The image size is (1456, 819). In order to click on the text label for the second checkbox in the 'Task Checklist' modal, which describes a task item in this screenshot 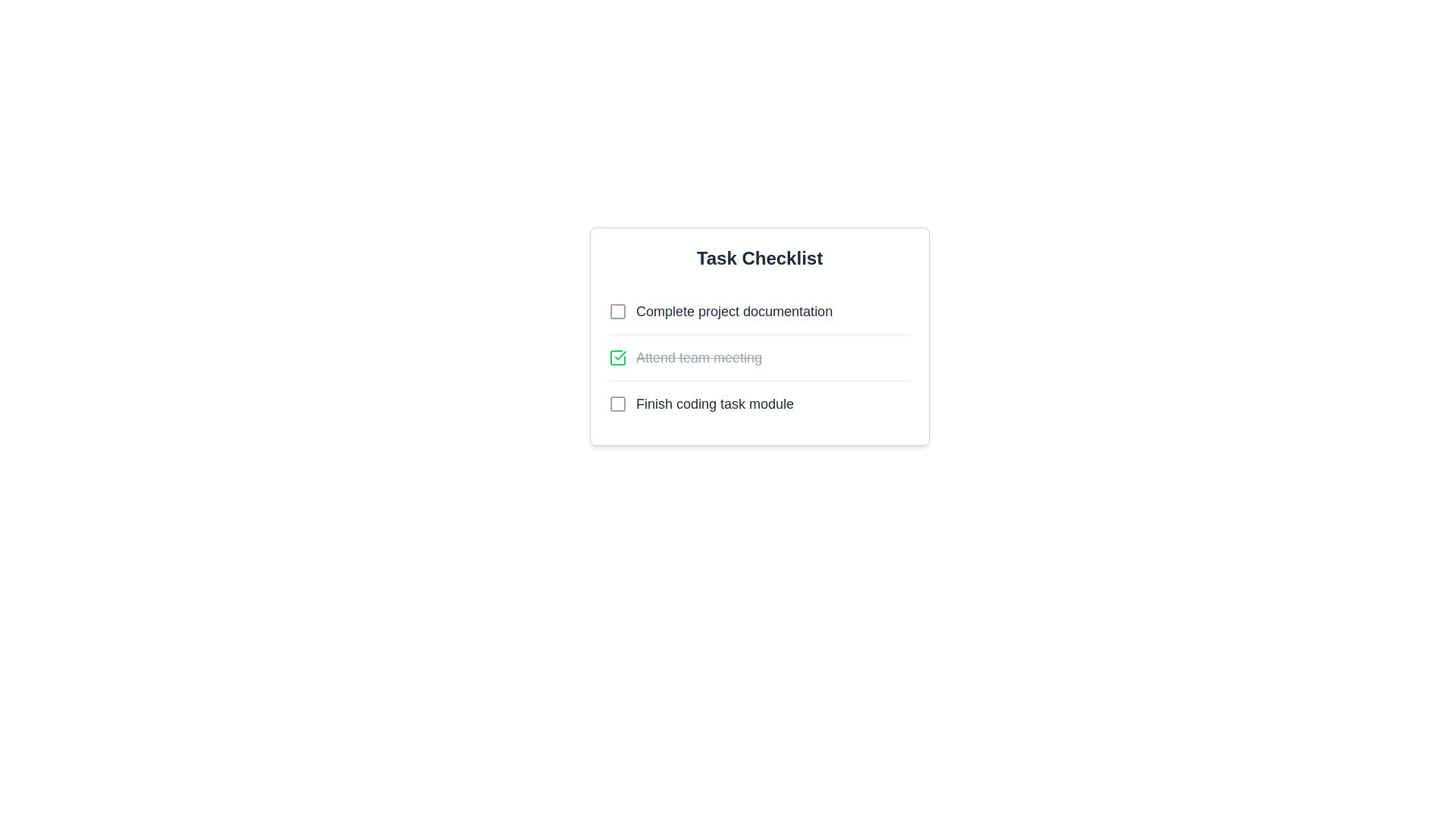, I will do `click(698, 357)`.